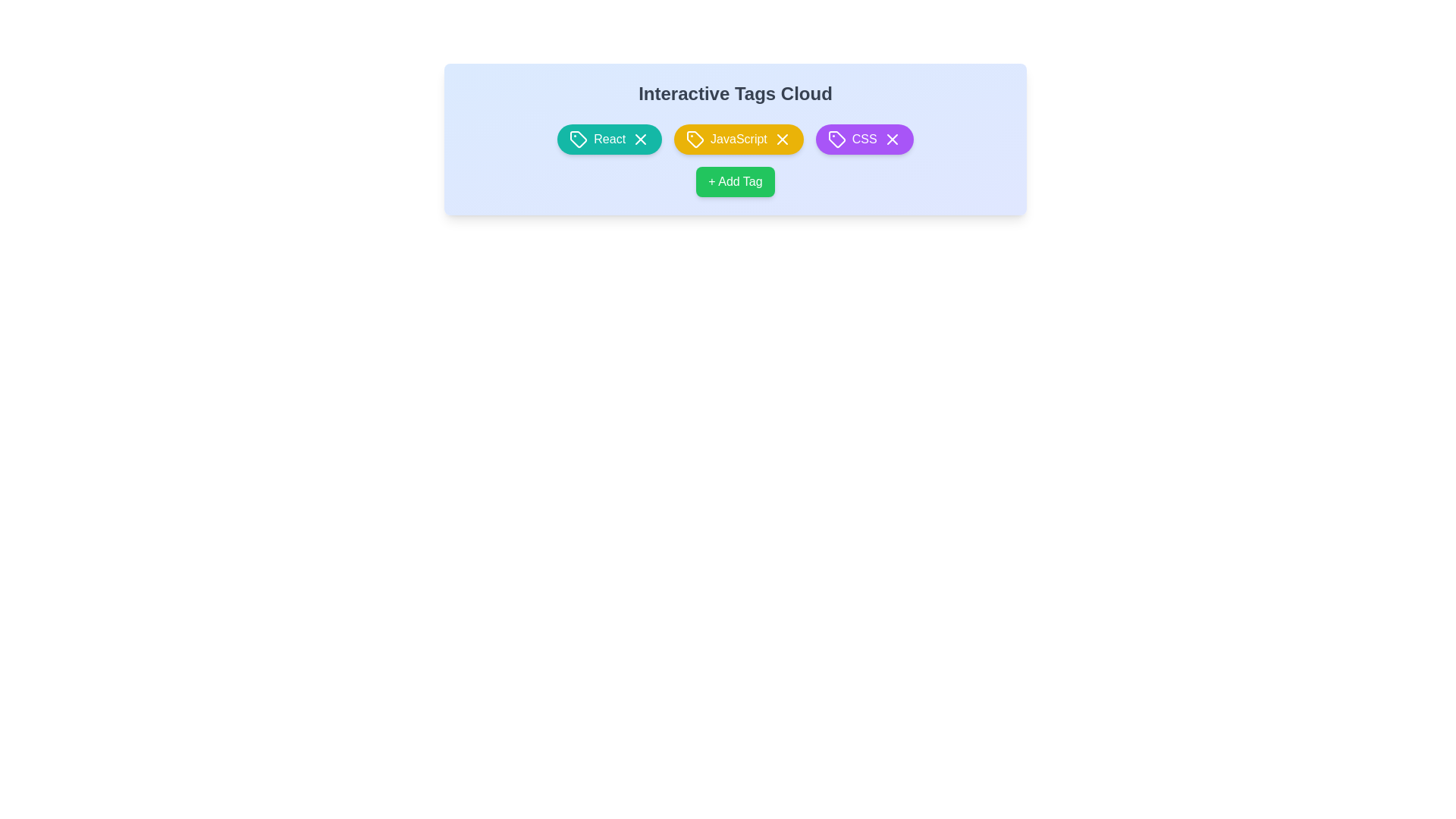  I want to click on the tag labeled CSS, so click(864, 140).